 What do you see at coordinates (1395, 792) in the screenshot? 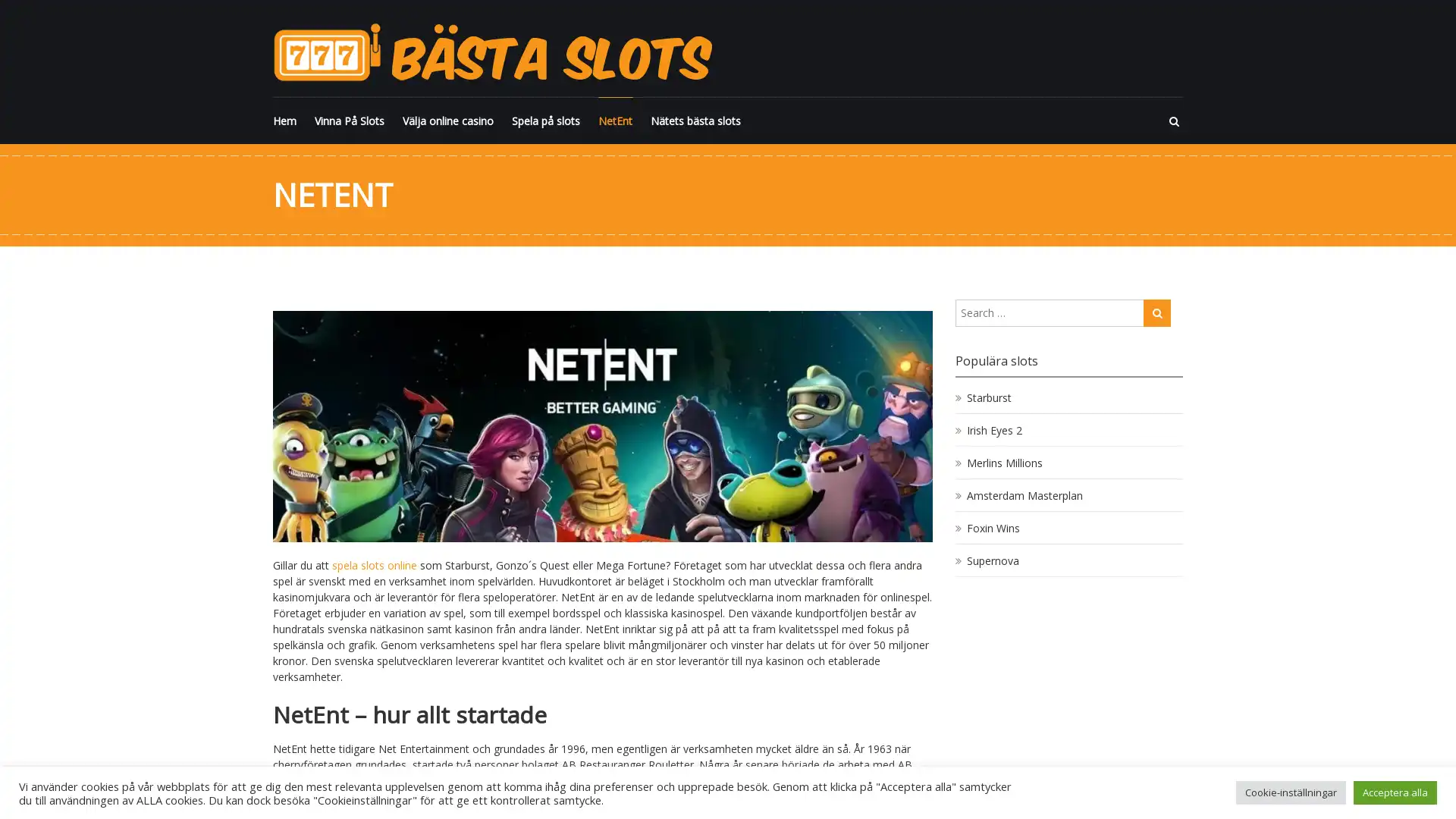
I see `Acceptera alla` at bounding box center [1395, 792].